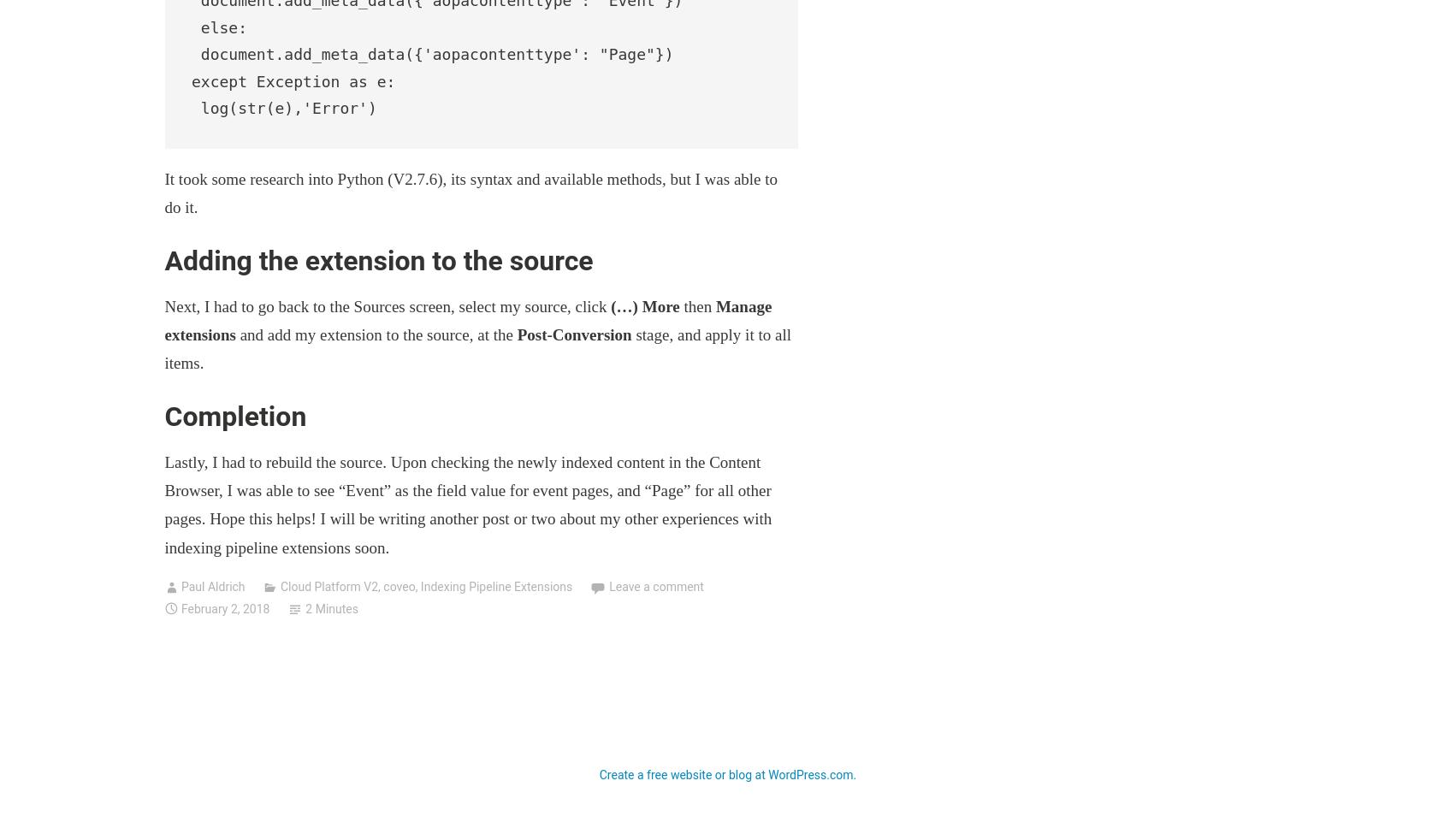  I want to click on 'stage, and apply it to all items.', so click(163, 349).